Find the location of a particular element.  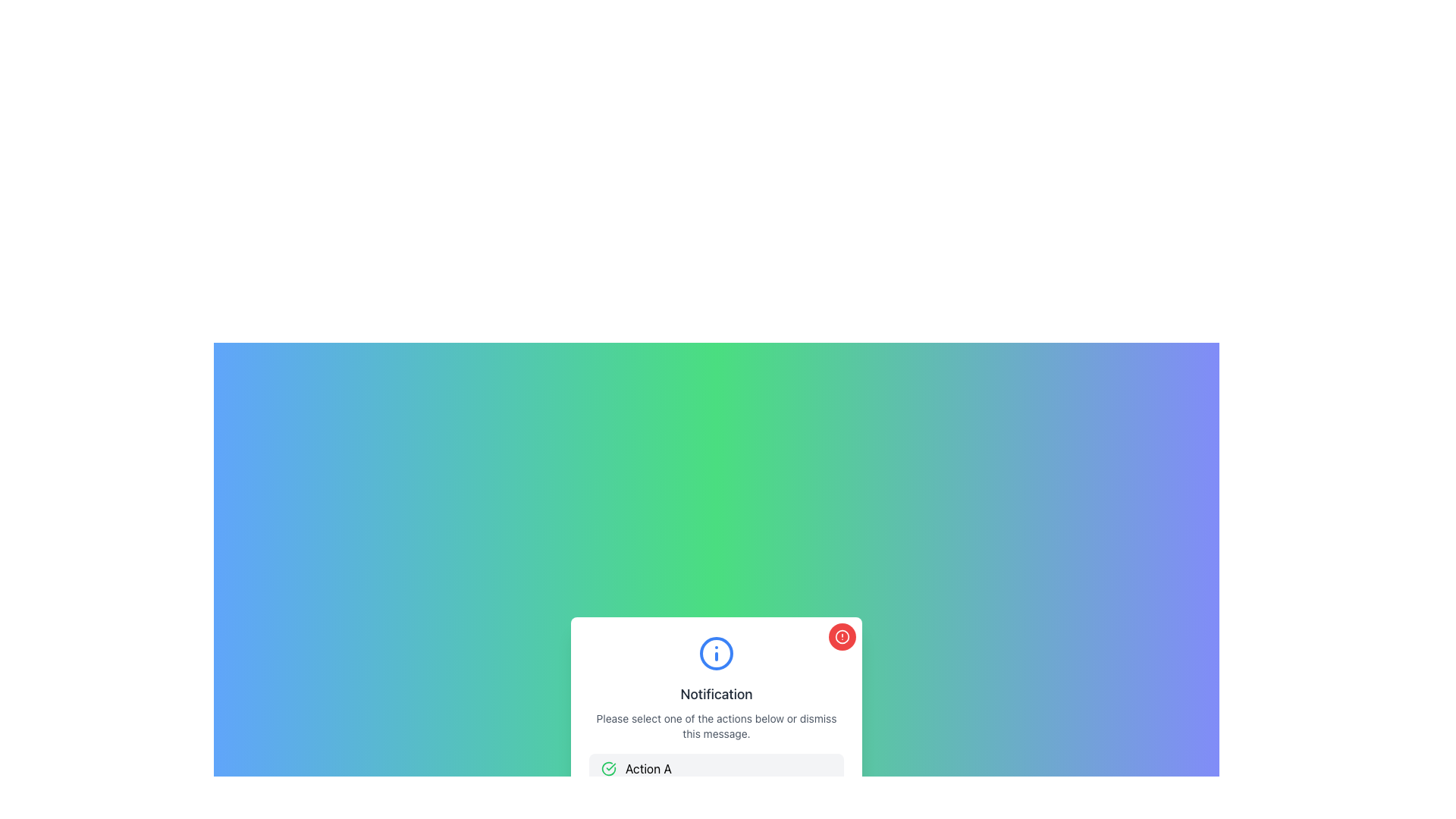

the green circular icon in the top-right corner of the notification dialog that contains a checkmark symbol, indicating successful status is located at coordinates (608, 769).